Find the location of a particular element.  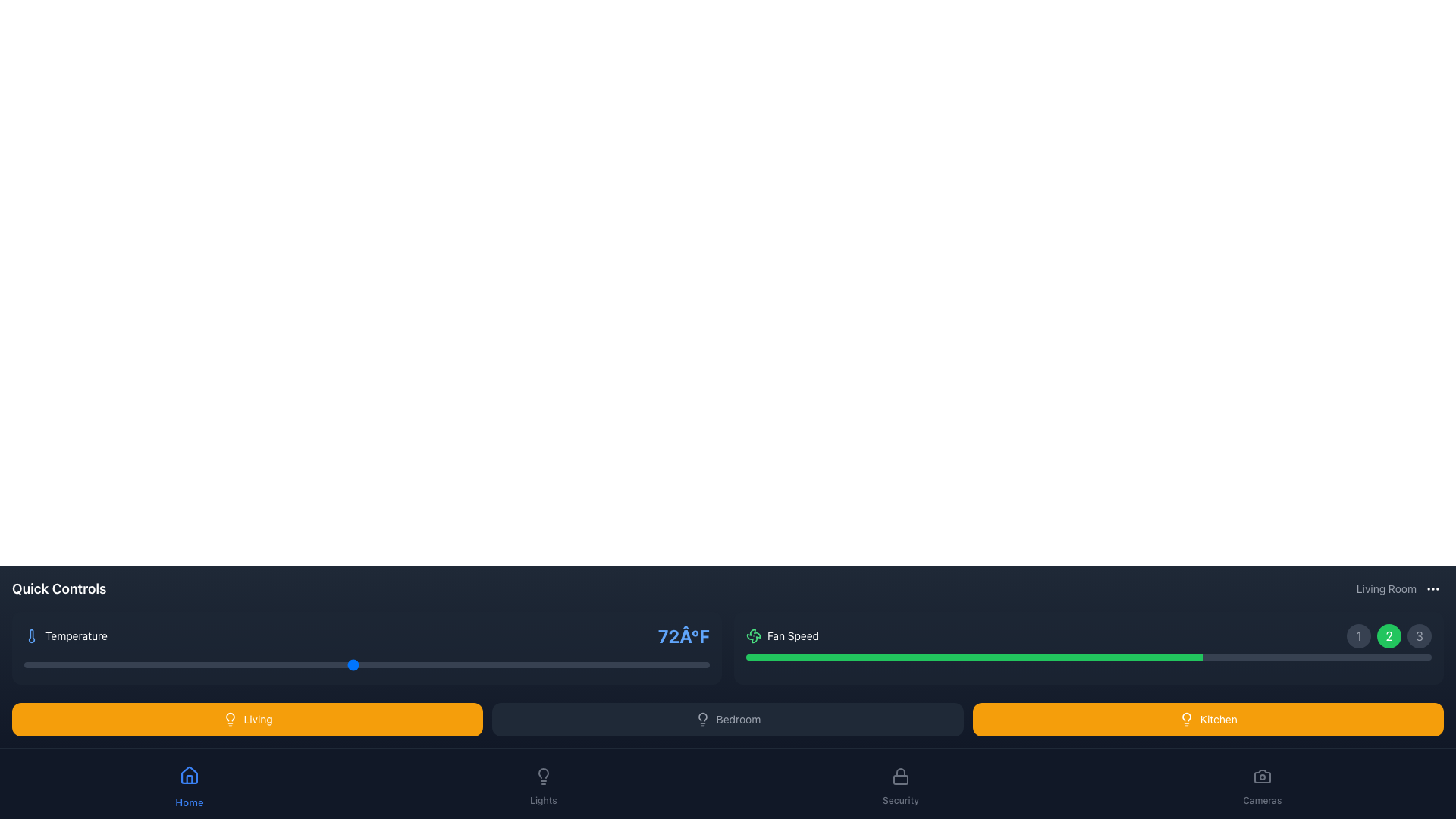

the central icon component of the lock symbol located at the center-bottom of the interface in the navigation bar is located at coordinates (901, 780).